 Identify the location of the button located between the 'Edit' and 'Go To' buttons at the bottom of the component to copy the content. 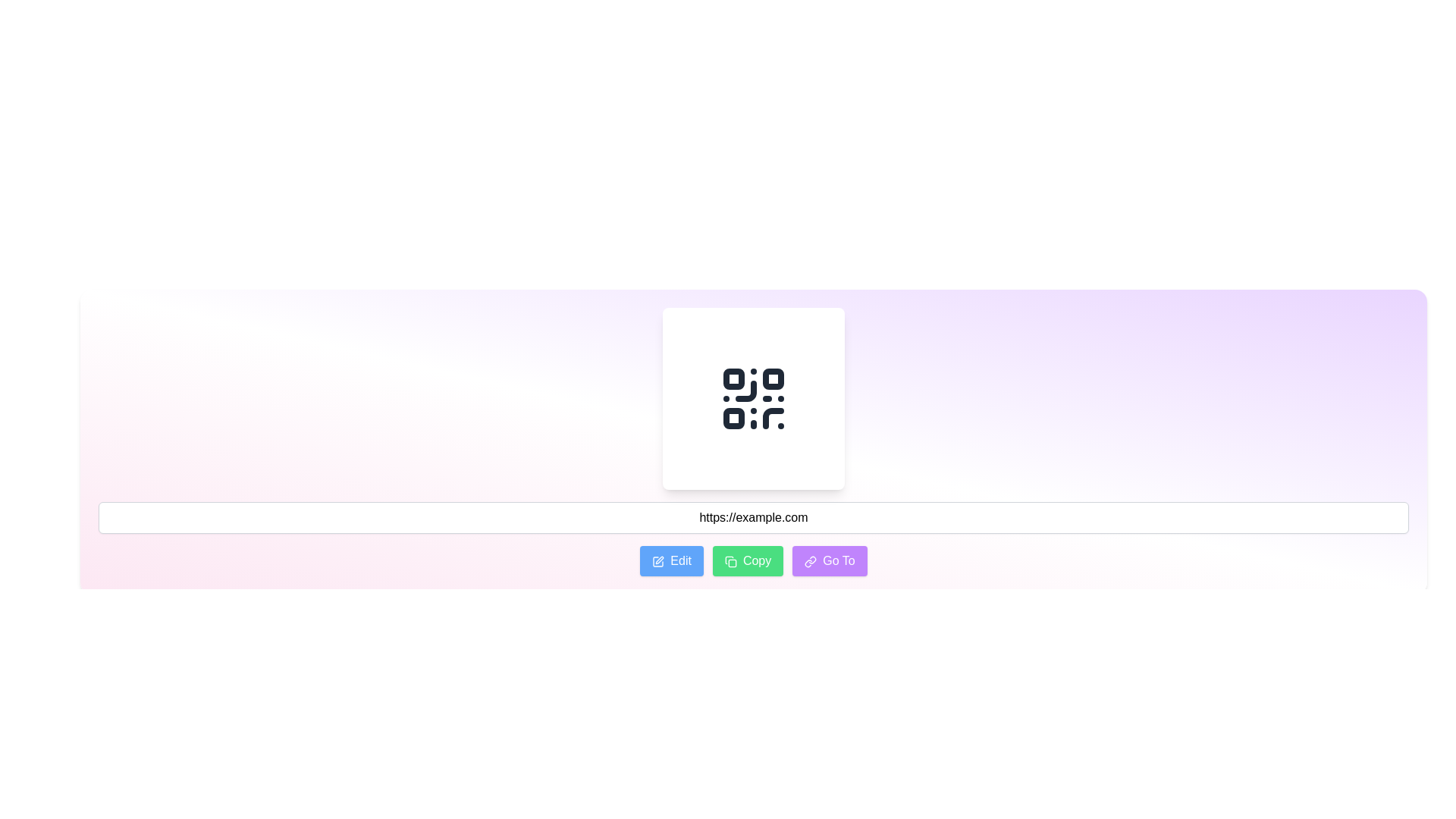
(753, 561).